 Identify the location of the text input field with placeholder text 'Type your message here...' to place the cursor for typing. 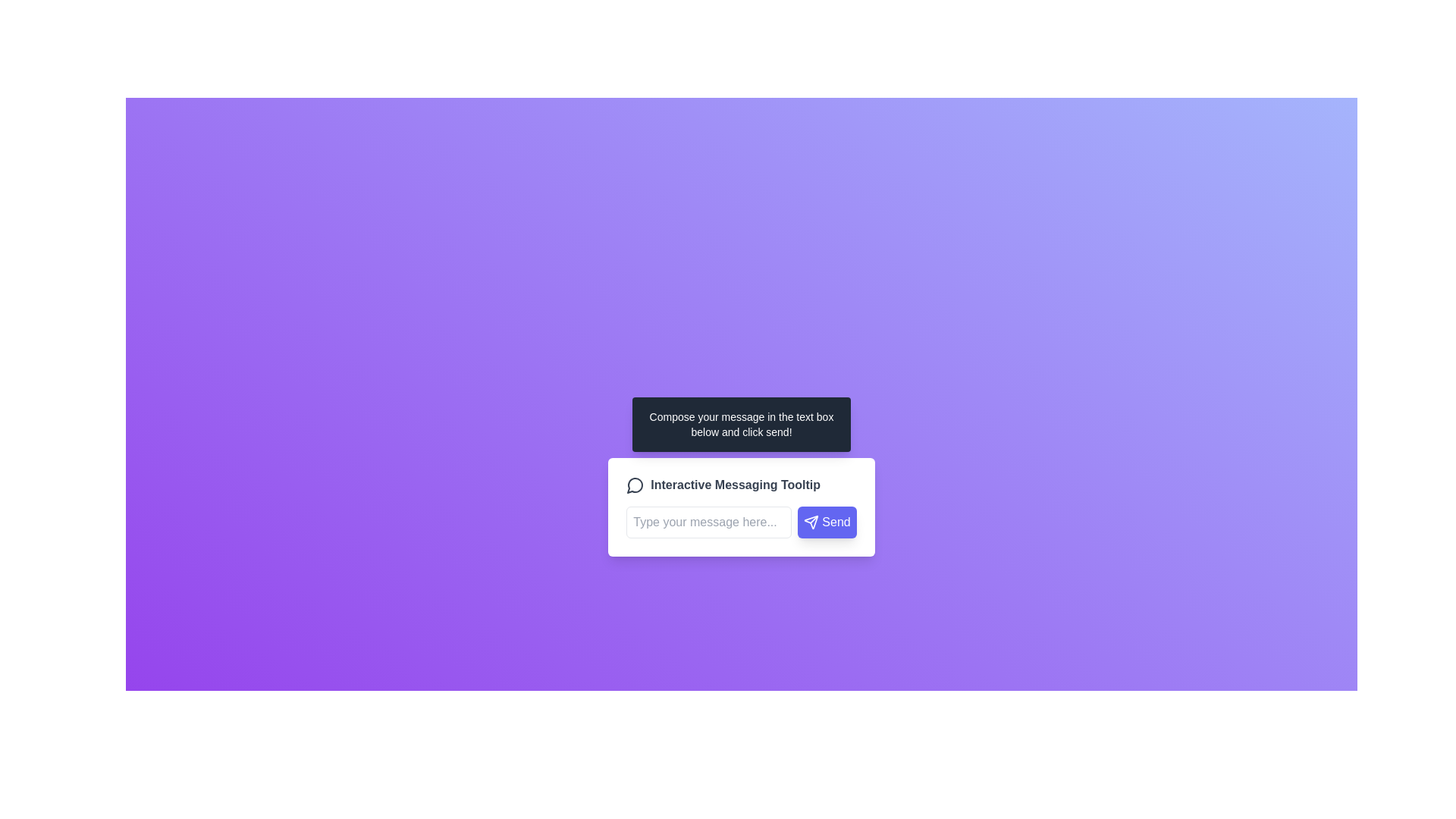
(708, 522).